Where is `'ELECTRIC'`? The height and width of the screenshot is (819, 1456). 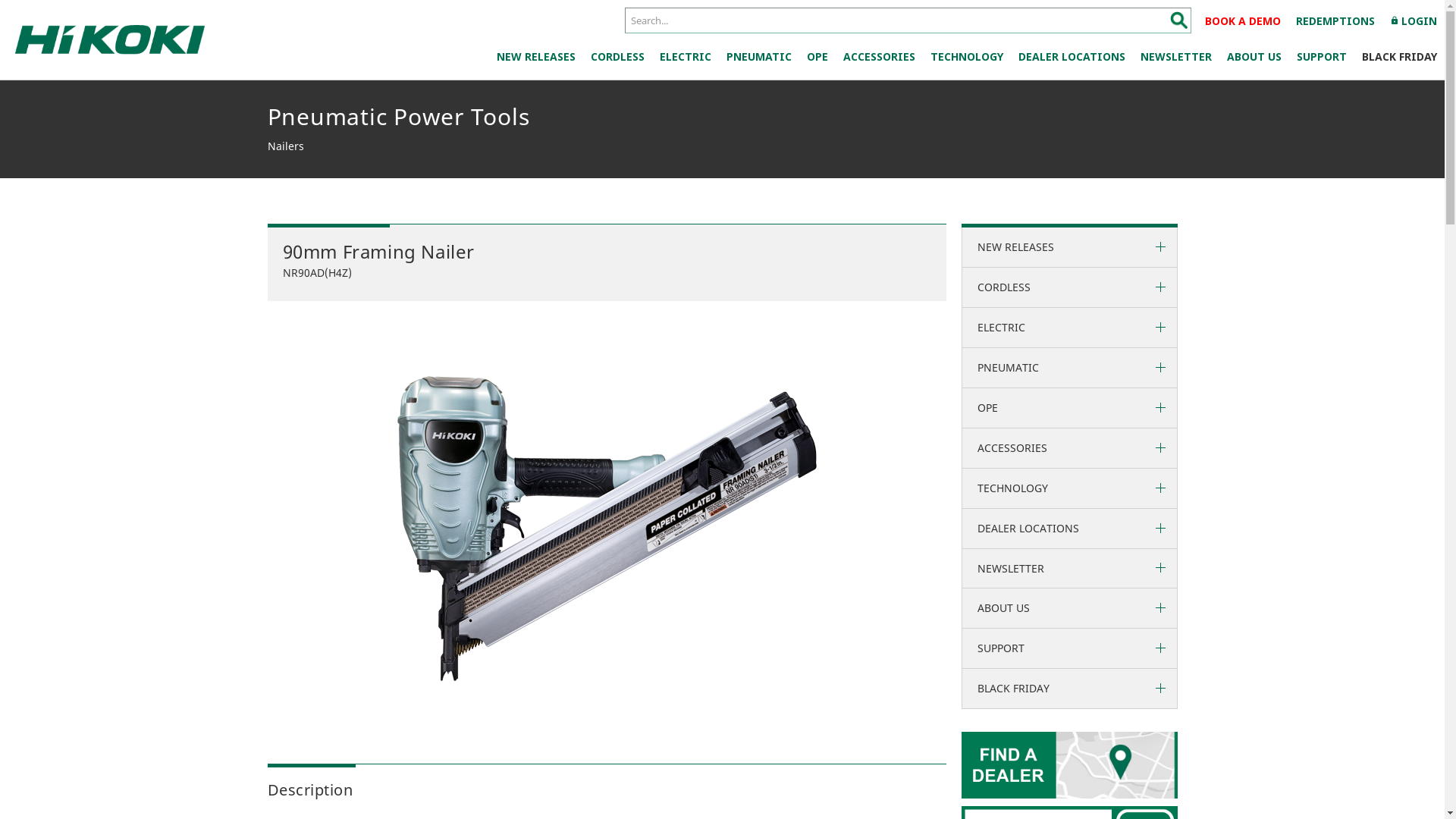
'ELECTRIC' is located at coordinates (1068, 327).